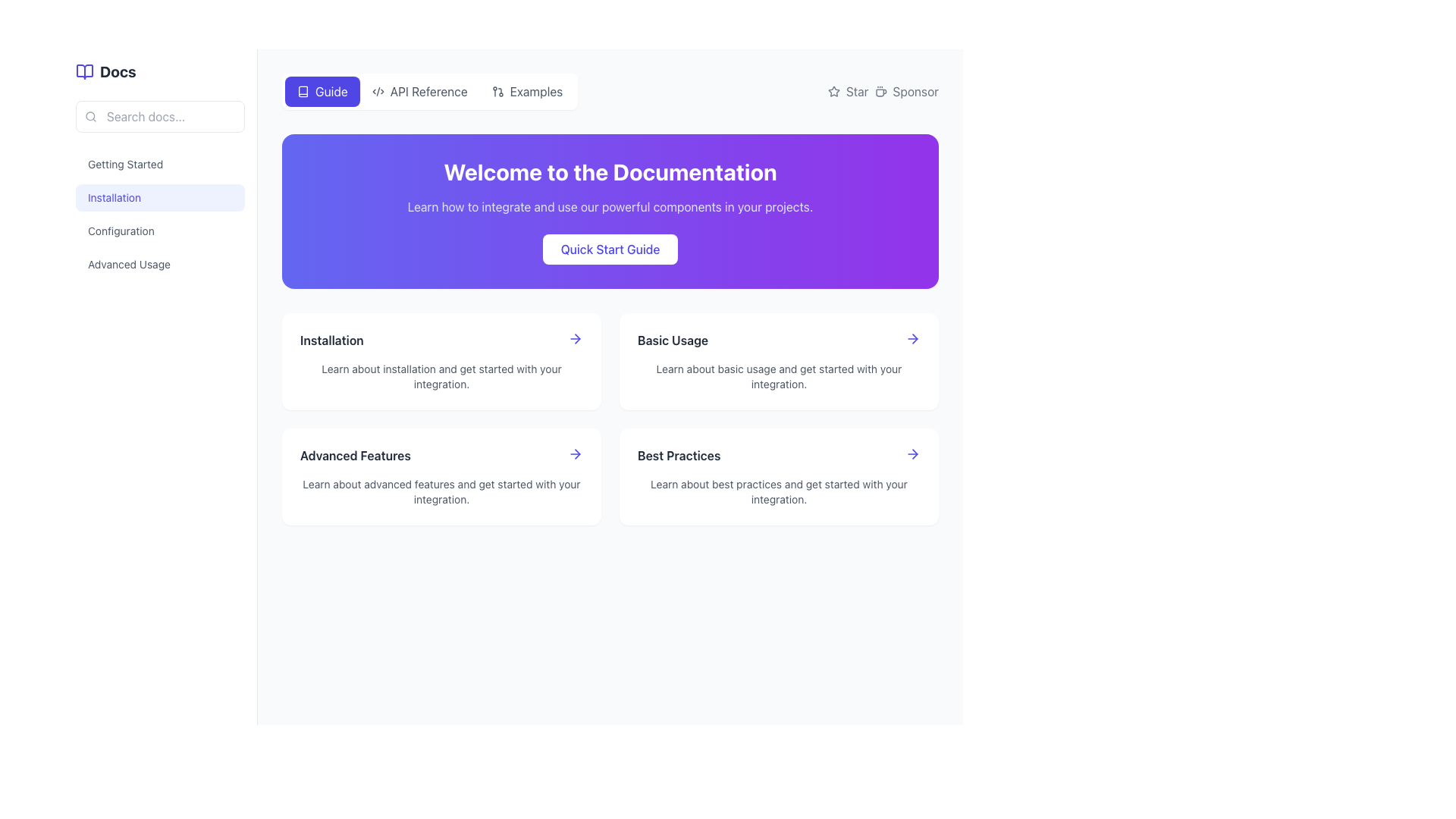  Describe the element at coordinates (574, 338) in the screenshot. I see `the navigational icon located to the right of the 'Installation' text in the 'Installation' card` at that location.